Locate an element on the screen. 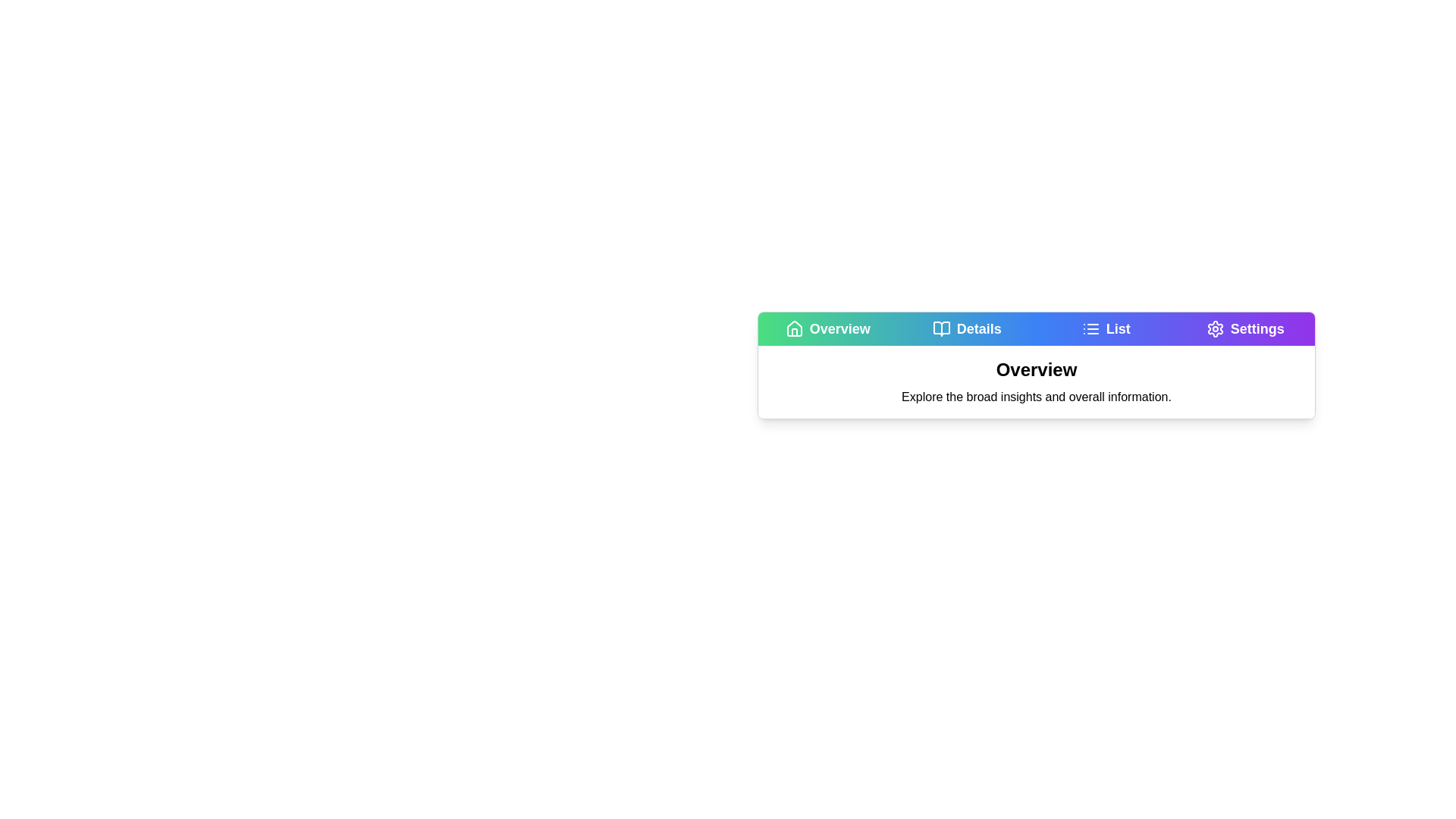 The height and width of the screenshot is (819, 1456). the home icon located to the left of the 'Overview' label in the horizontally aligned menu is located at coordinates (793, 328).